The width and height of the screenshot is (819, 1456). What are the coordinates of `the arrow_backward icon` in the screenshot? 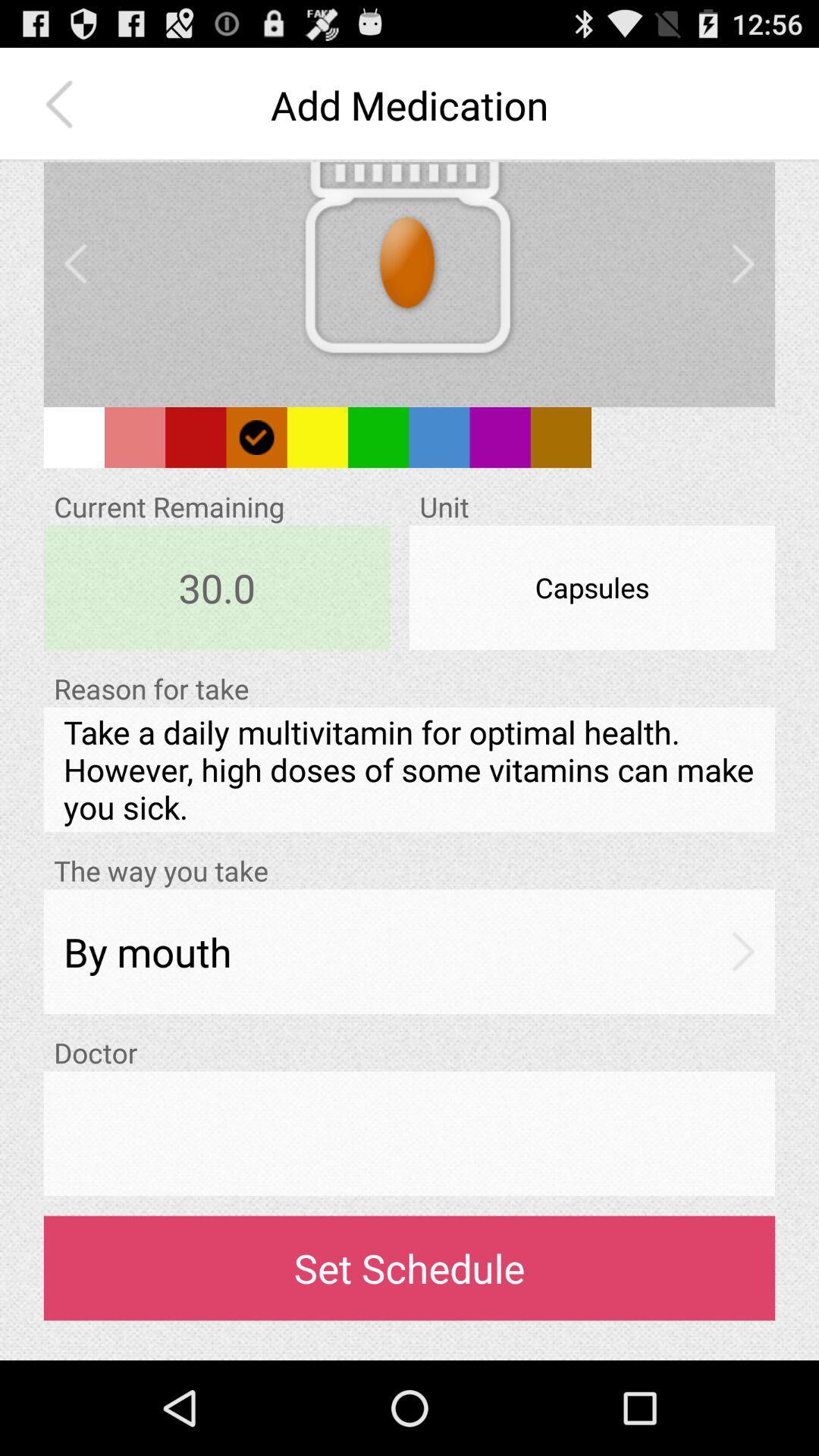 It's located at (75, 282).